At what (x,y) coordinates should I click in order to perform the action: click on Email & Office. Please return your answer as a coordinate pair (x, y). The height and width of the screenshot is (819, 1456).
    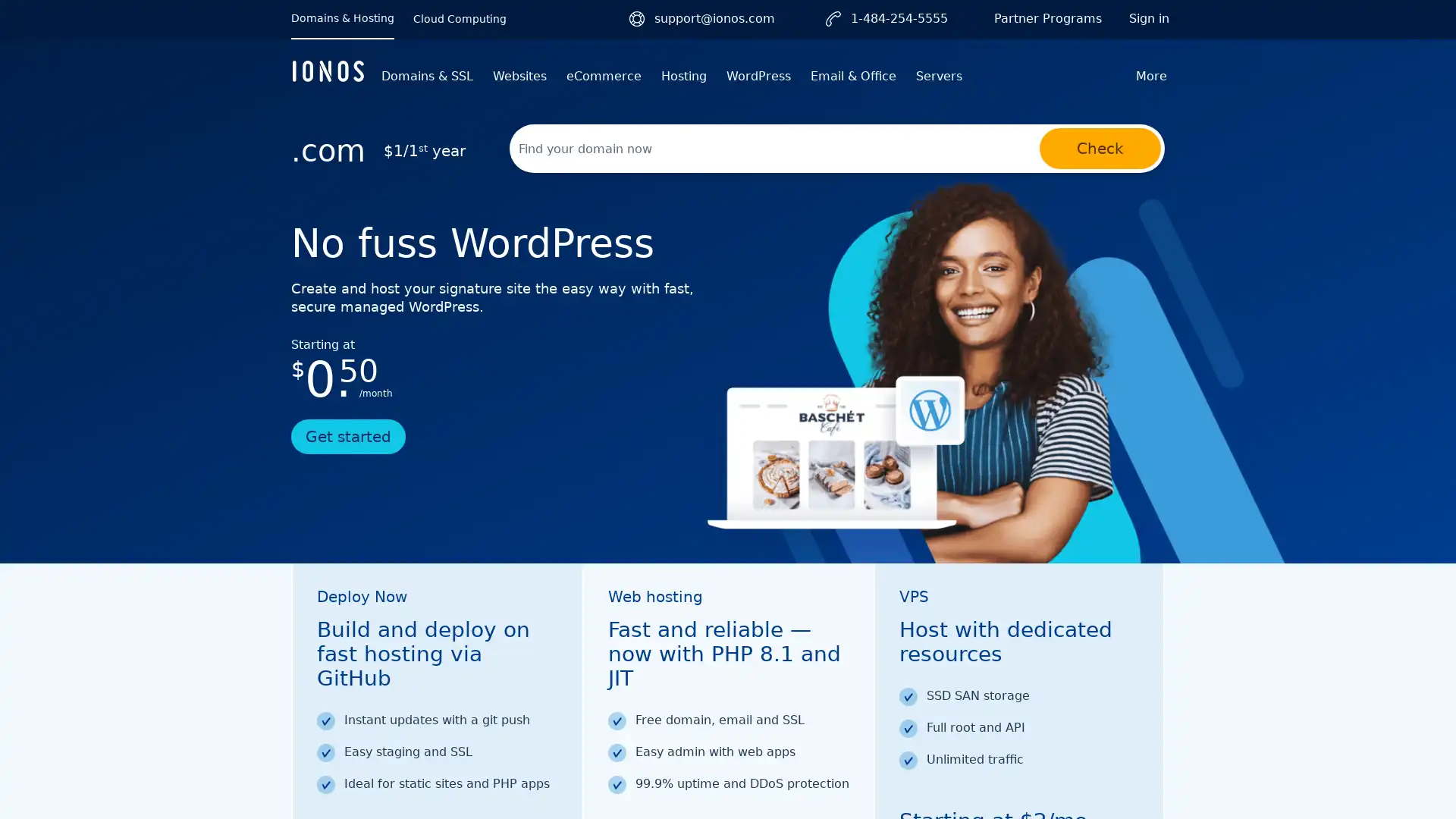
    Looking at the image, I should click on (836, 76).